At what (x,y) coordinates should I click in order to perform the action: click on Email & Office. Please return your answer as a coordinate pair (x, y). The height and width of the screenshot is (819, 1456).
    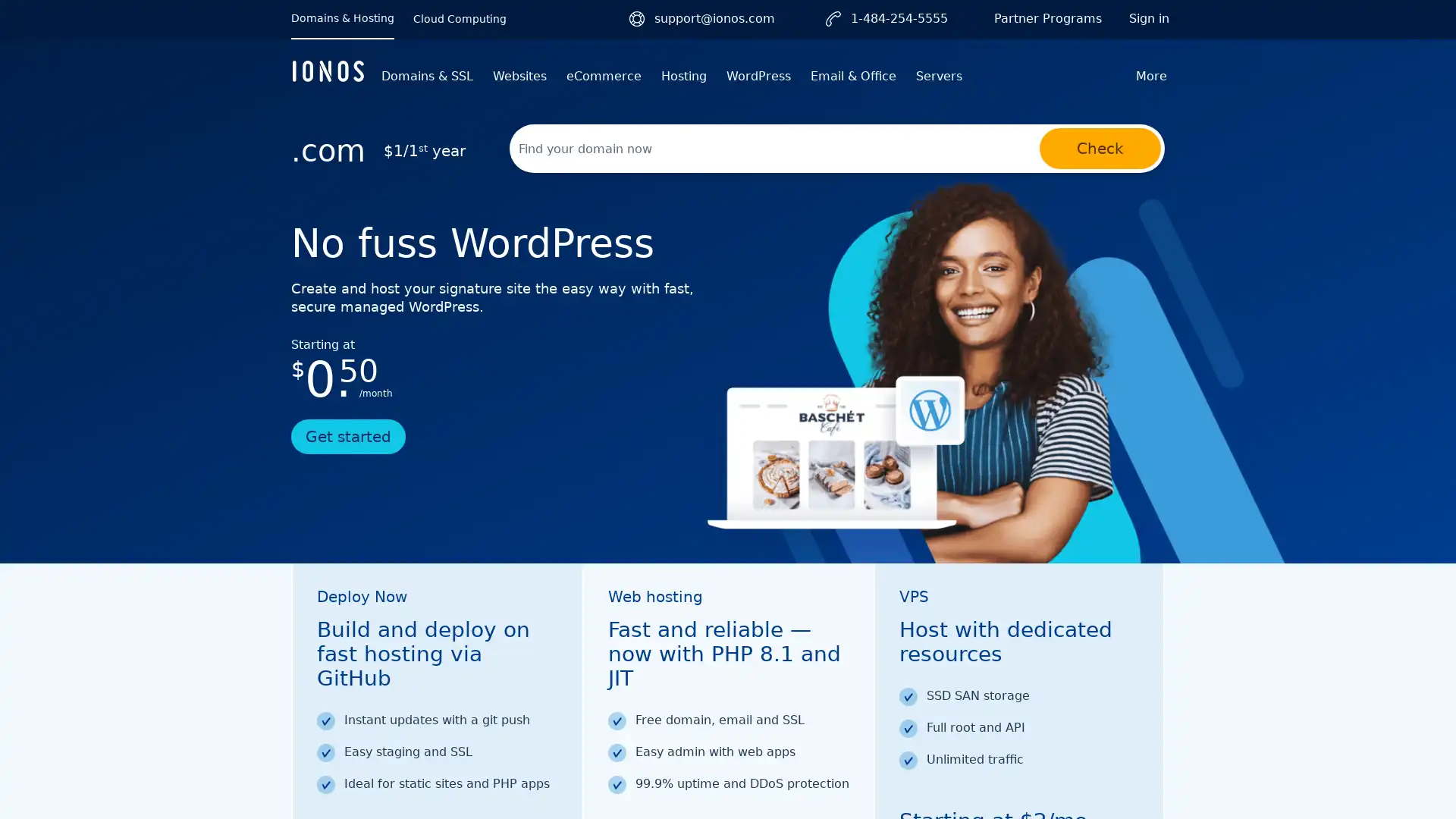
    Looking at the image, I should click on (836, 76).